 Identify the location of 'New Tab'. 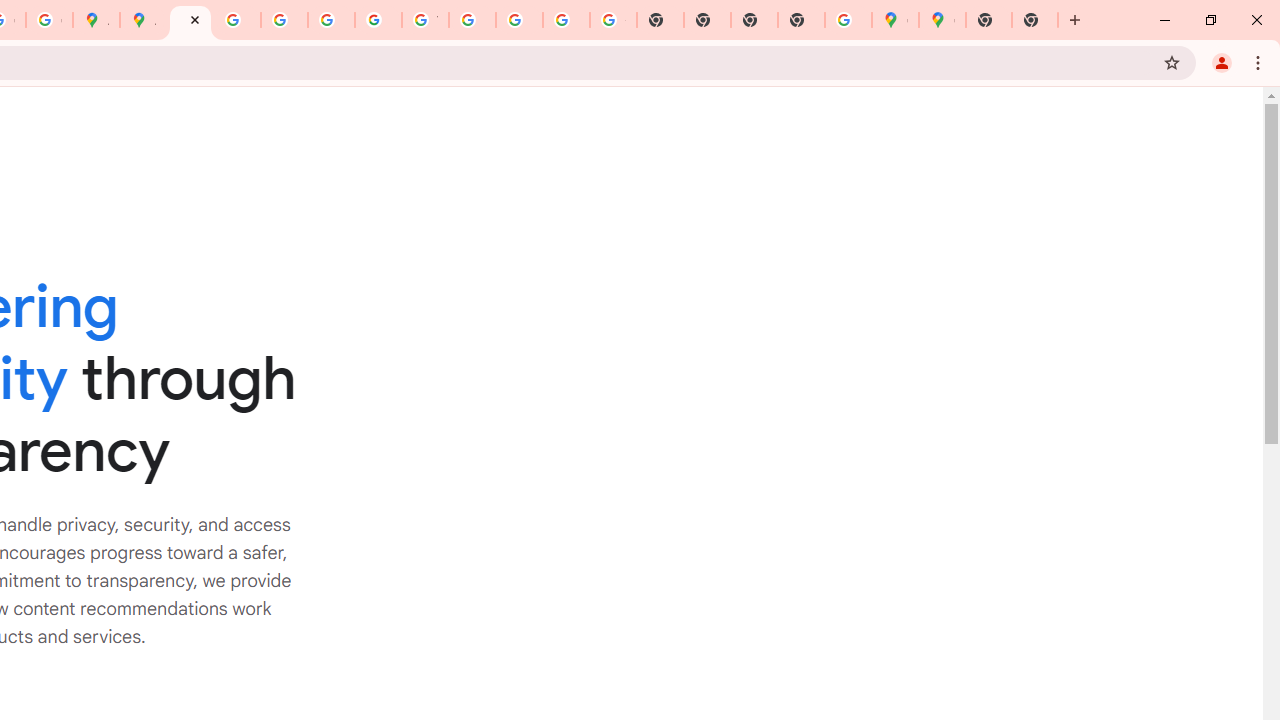
(1035, 20).